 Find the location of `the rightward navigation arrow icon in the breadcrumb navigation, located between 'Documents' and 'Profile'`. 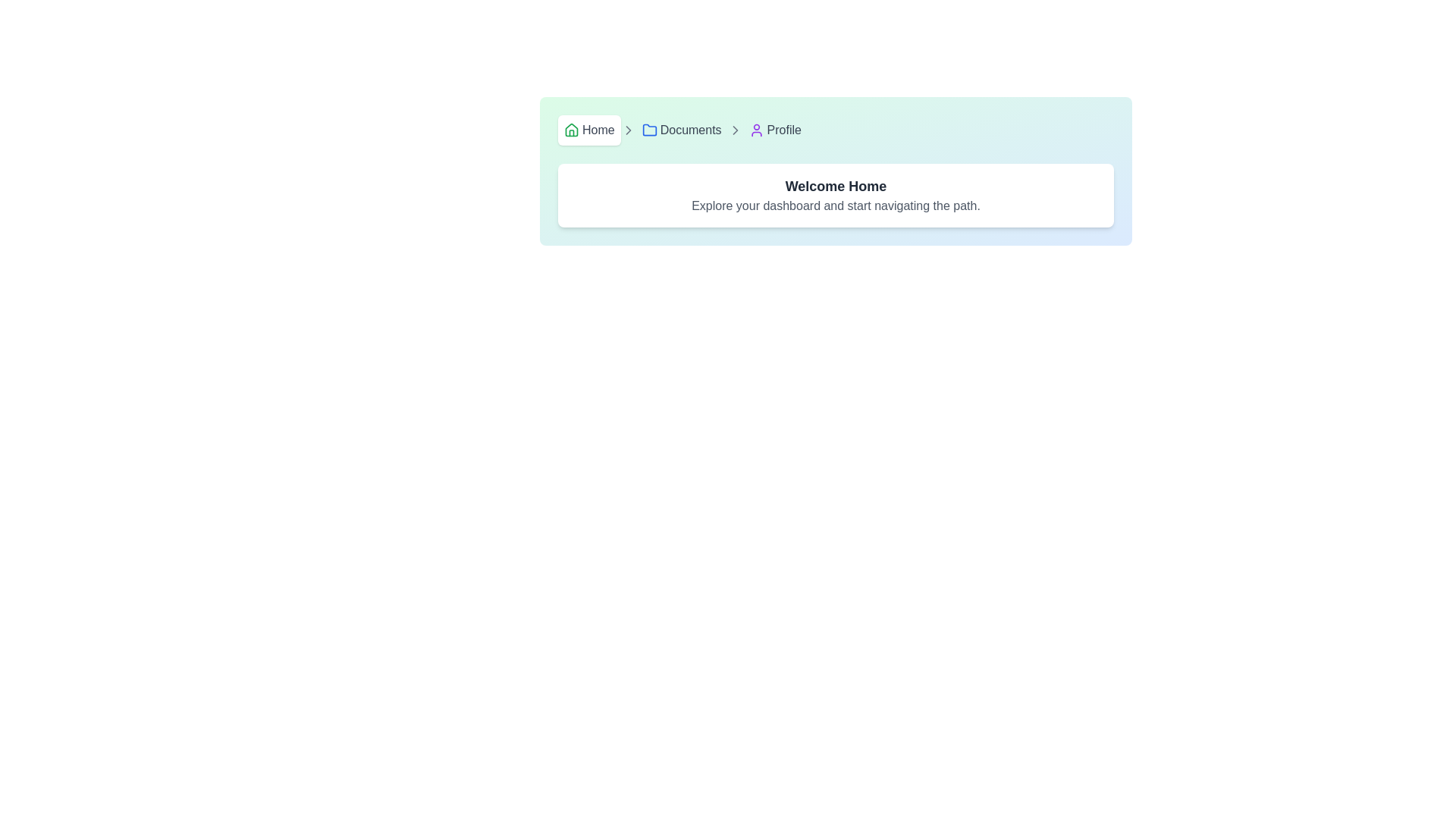

the rightward navigation arrow icon in the breadcrumb navigation, located between 'Documents' and 'Profile' is located at coordinates (735, 130).